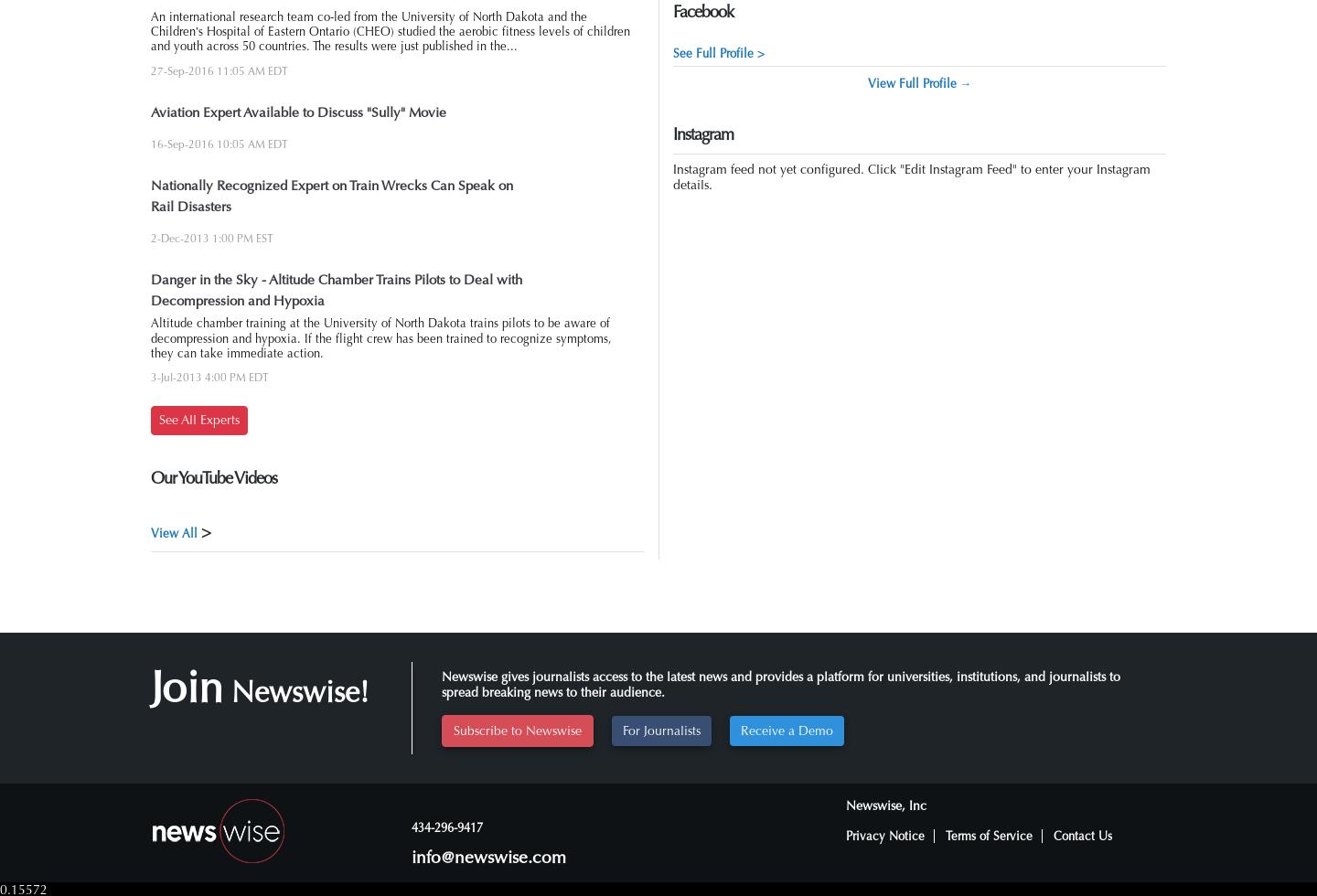 This screenshot has height=896, width=1317. What do you see at coordinates (671, 134) in the screenshot?
I see `'Instagram'` at bounding box center [671, 134].